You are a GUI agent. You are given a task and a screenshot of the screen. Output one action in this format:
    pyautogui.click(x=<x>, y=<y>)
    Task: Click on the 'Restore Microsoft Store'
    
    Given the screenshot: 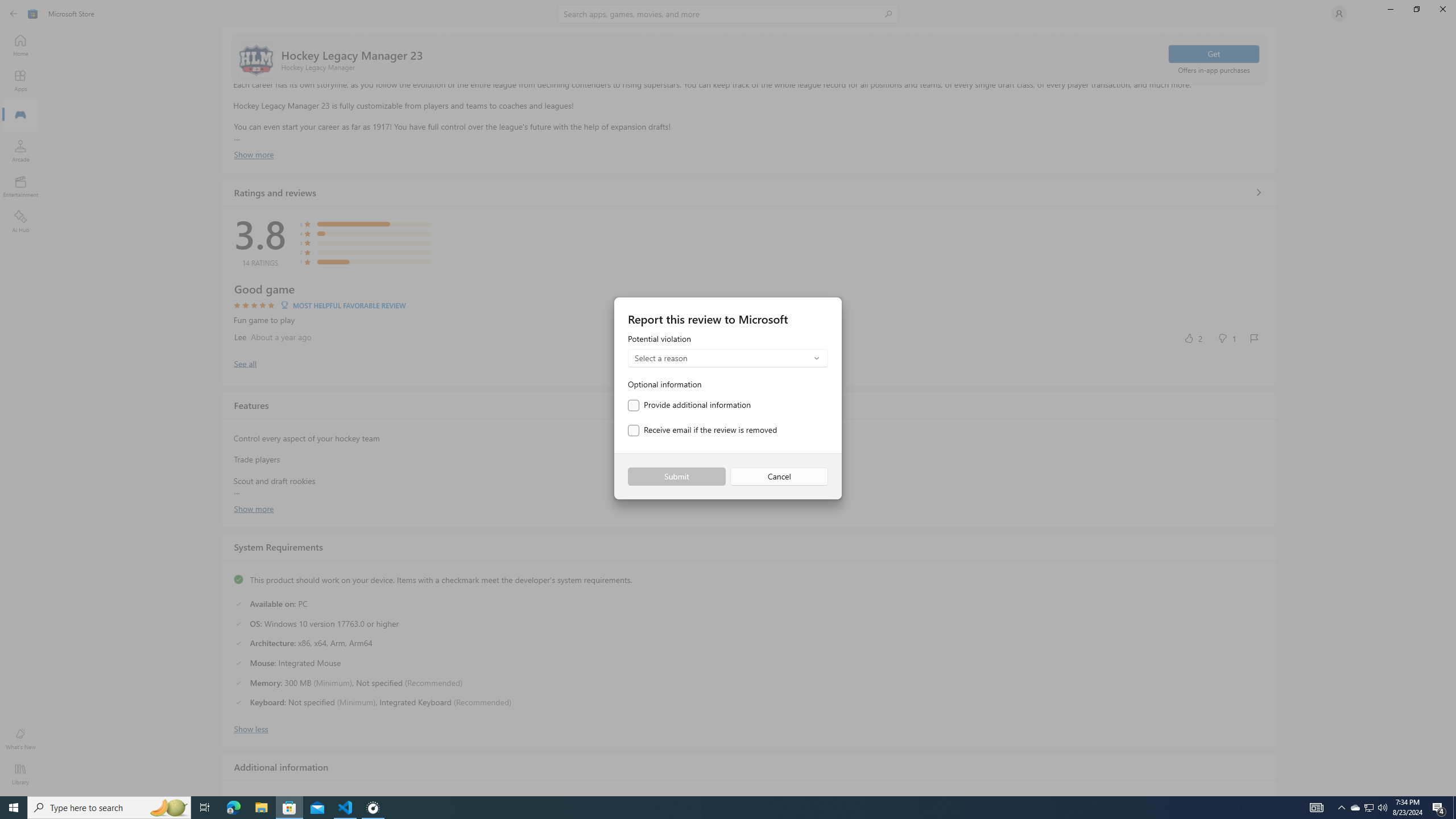 What is the action you would take?
    pyautogui.click(x=1416, y=9)
    